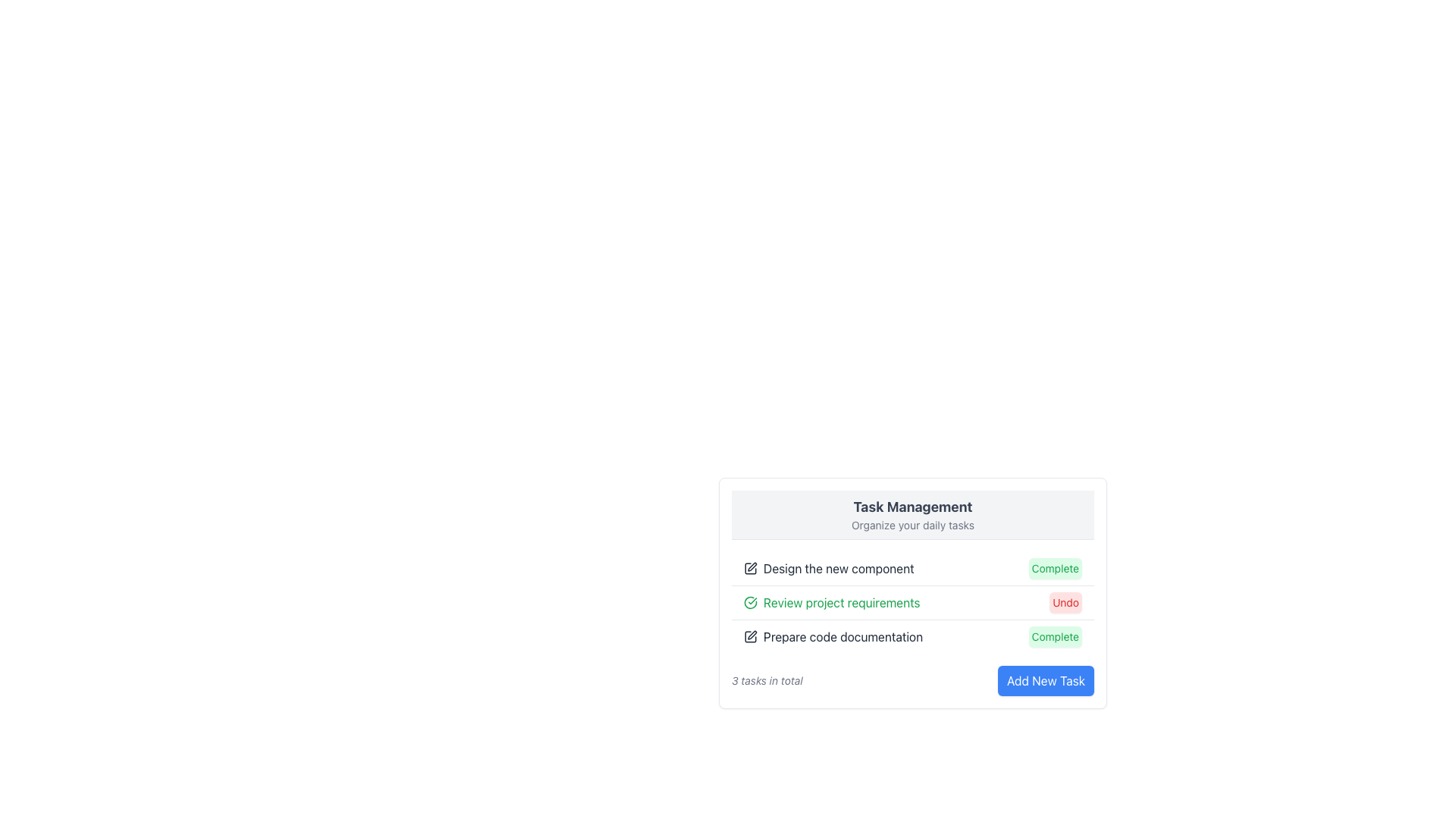  I want to click on the text label that displays the title of the first task in the task management interface, which is aligned horizontally with an editing icon, so click(838, 568).